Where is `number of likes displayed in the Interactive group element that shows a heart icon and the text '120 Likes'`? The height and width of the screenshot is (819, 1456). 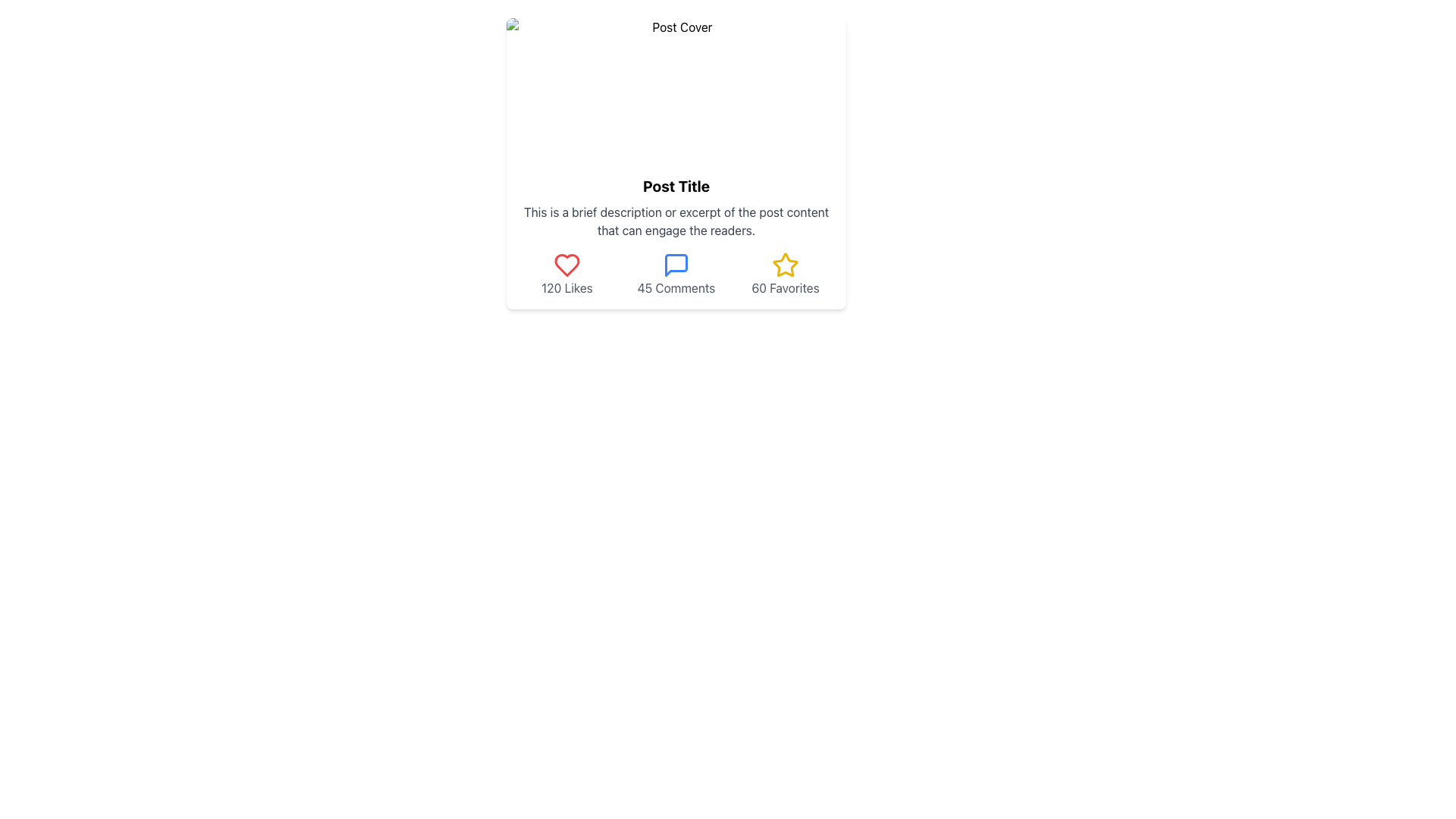 number of likes displayed in the Interactive group element that shows a heart icon and the text '120 Likes' is located at coordinates (566, 275).